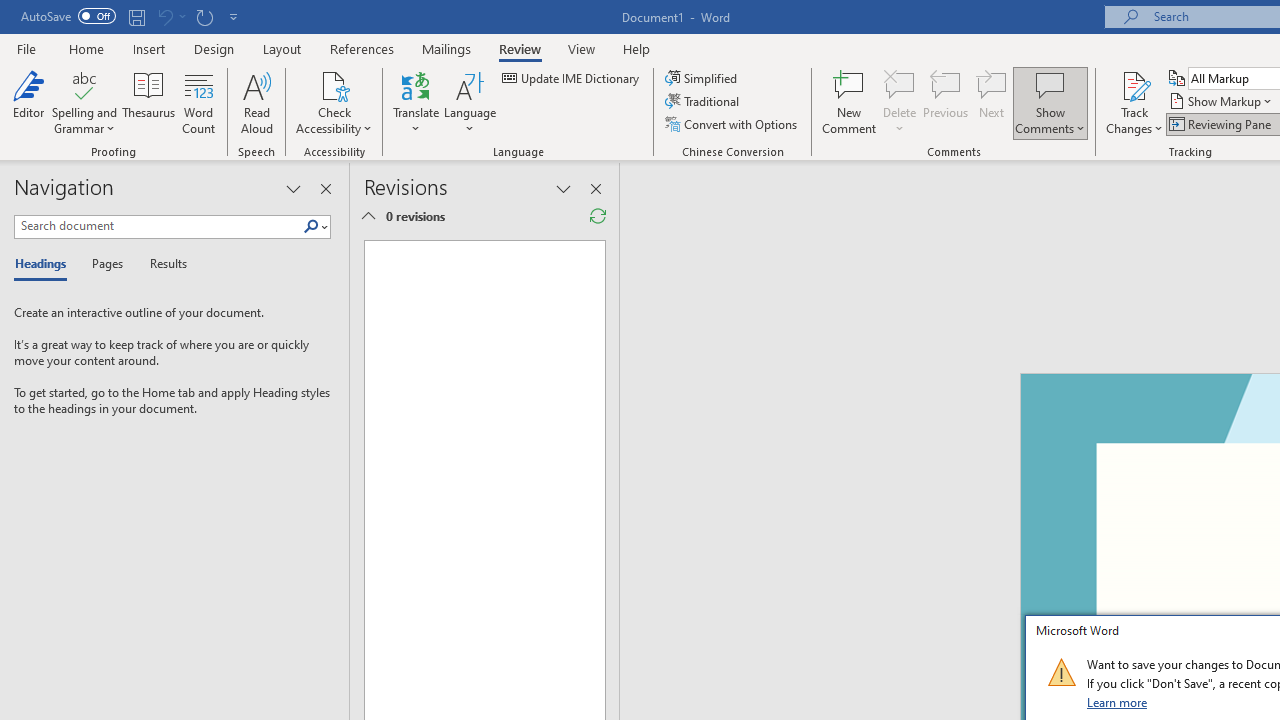  I want to click on 'Update IME Dictionary...', so click(571, 77).